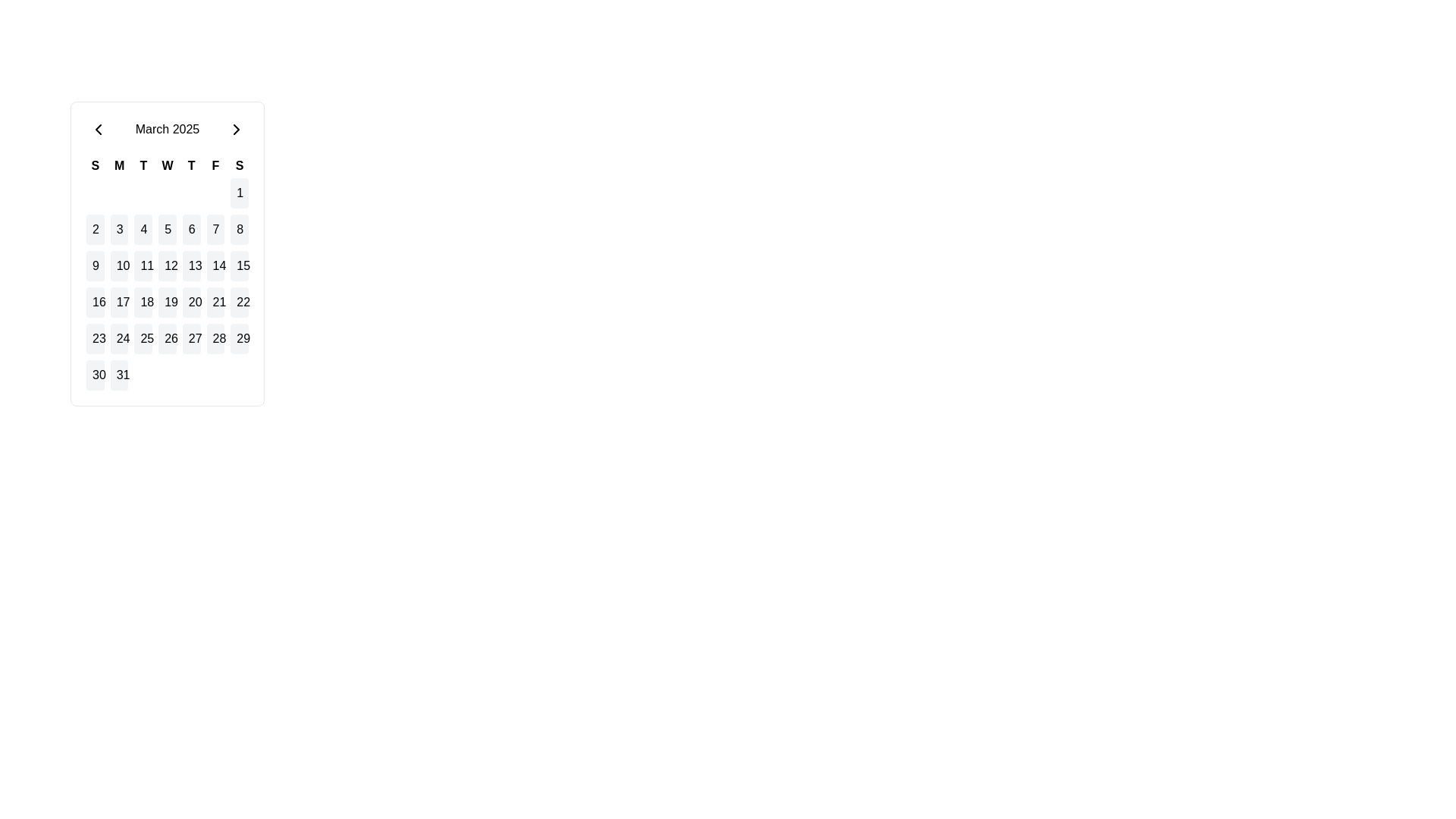 The image size is (1456, 819). What do you see at coordinates (143, 338) in the screenshot?
I see `the button representing the 25th day of the month in the calendar` at bounding box center [143, 338].